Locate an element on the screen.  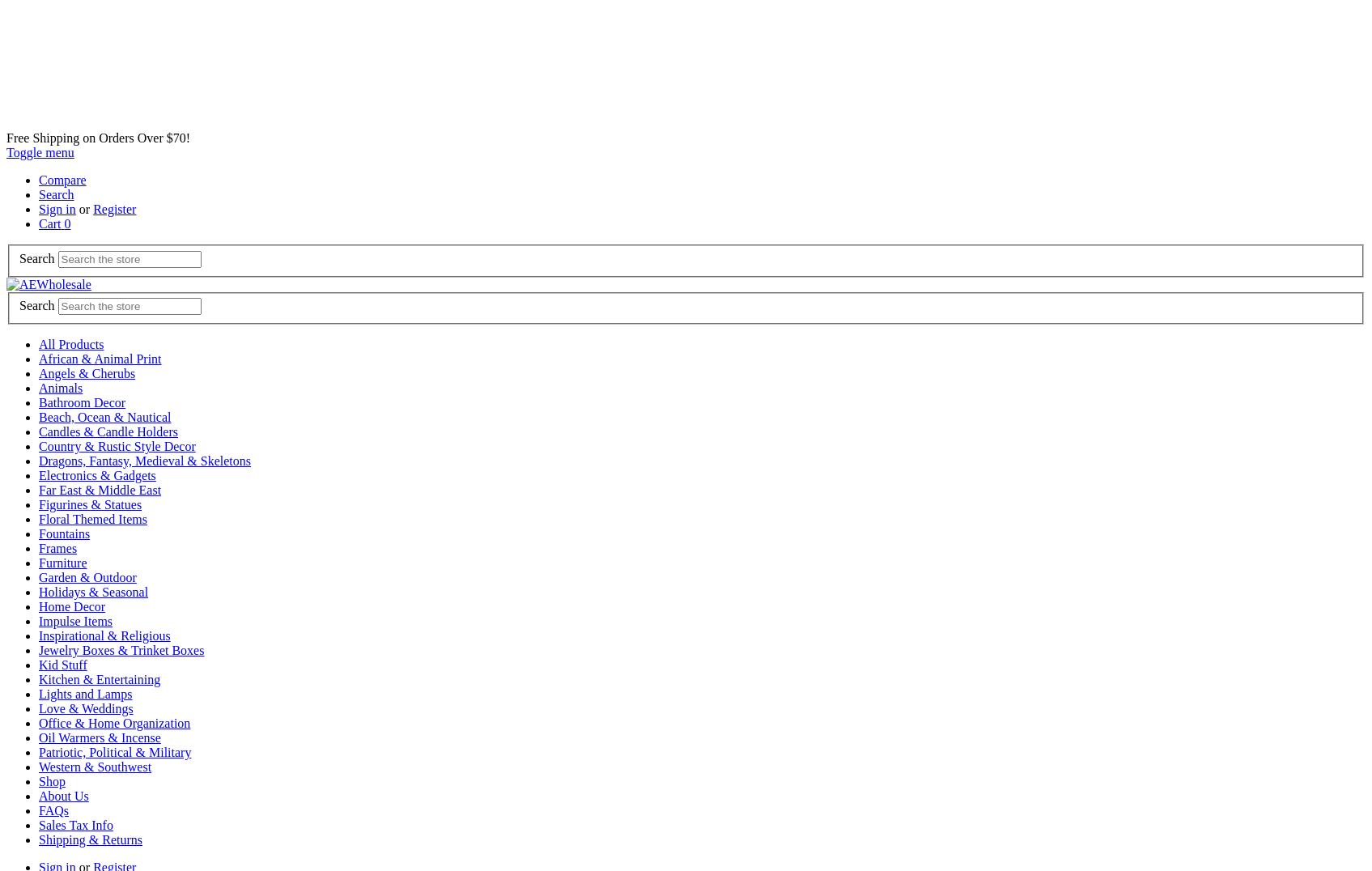
'Floral Themed Items' is located at coordinates (91, 518).